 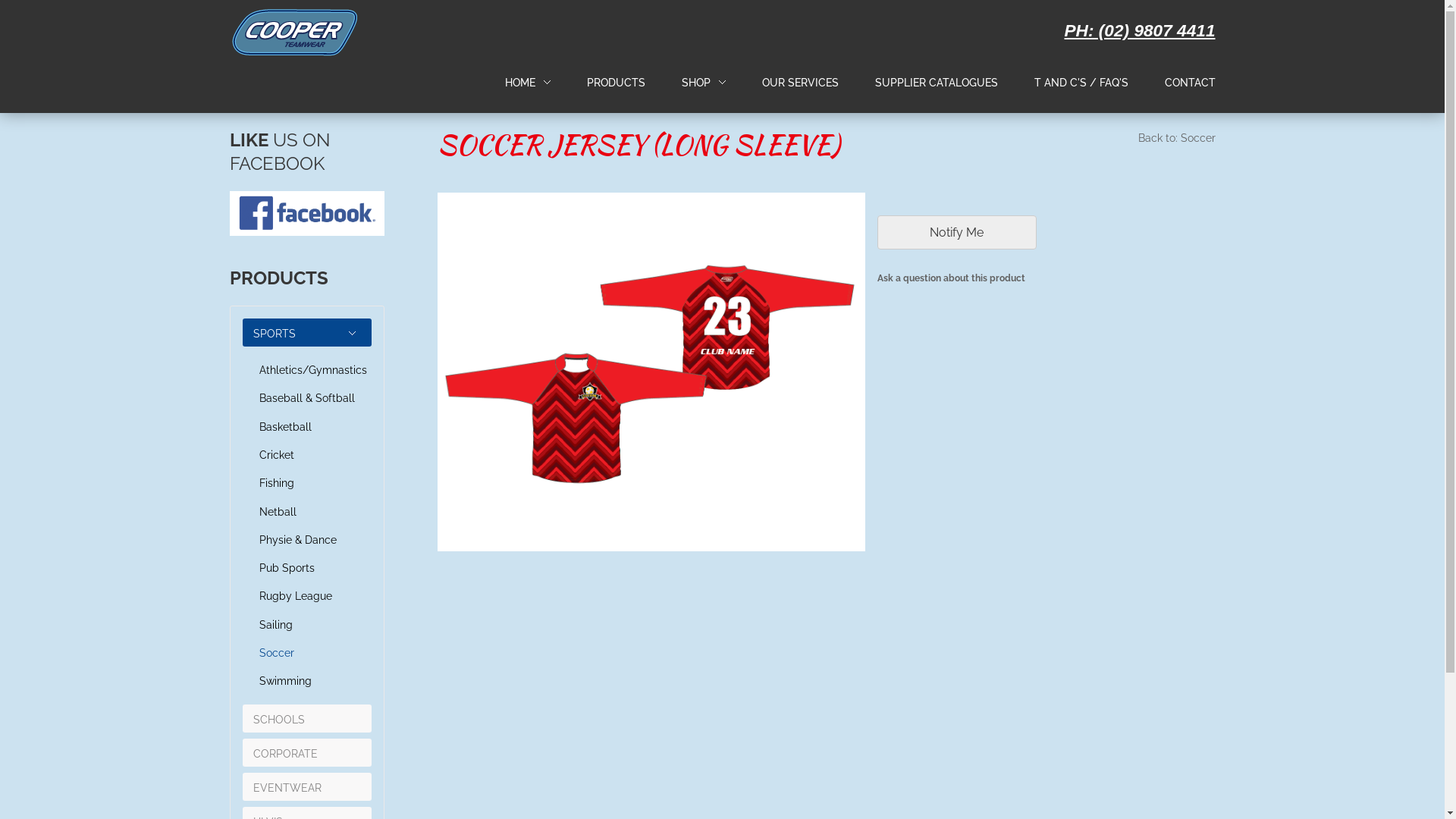 What do you see at coordinates (616, 83) in the screenshot?
I see `'PRODUCTS'` at bounding box center [616, 83].